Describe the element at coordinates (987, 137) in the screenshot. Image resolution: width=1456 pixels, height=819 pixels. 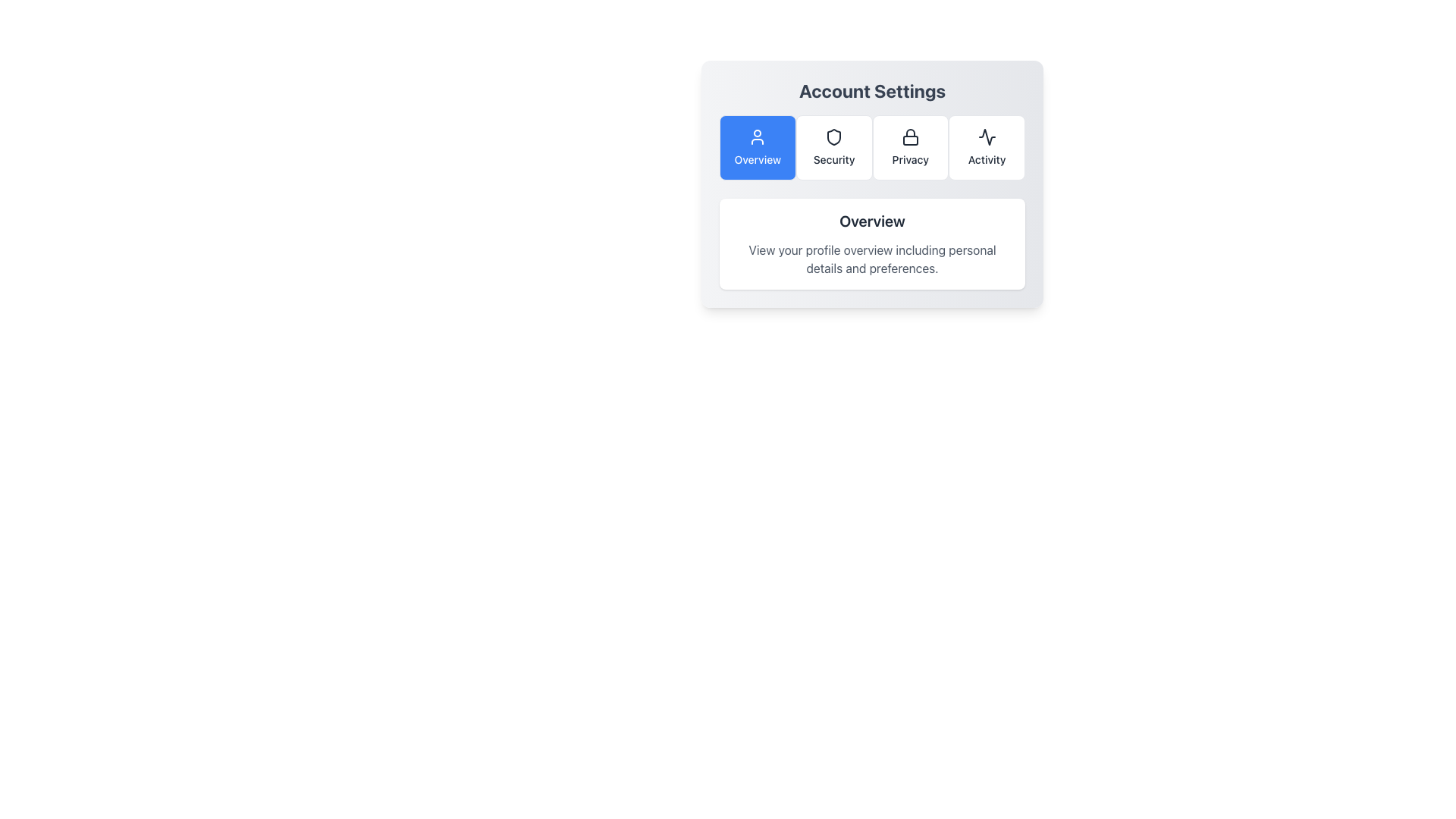
I see `the decorative or symbolic vector graphic representing the 'Activity' section in the 'Account Settings' interface` at that location.